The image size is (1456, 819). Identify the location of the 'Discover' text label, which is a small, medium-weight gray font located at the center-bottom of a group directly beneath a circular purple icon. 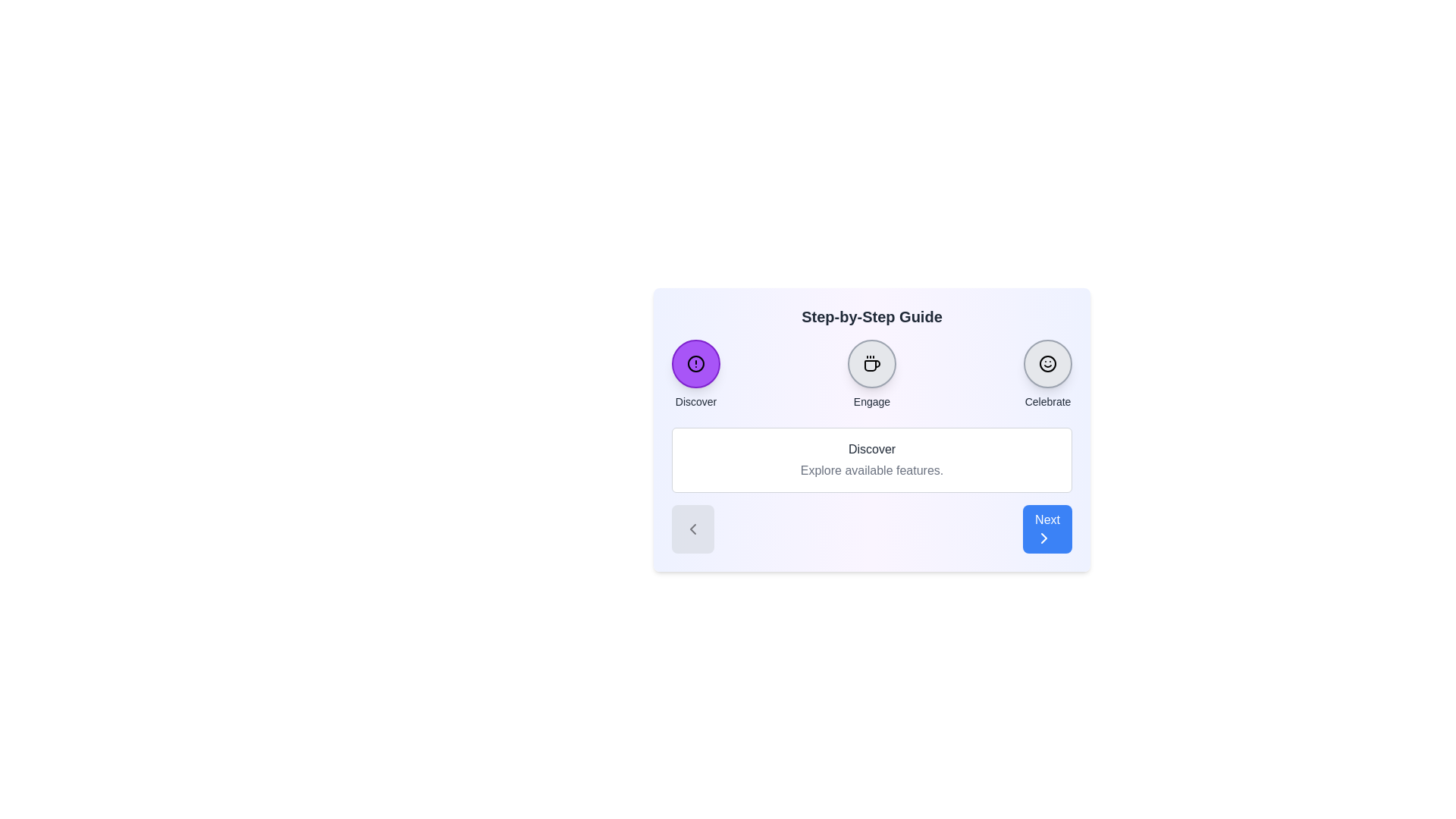
(695, 400).